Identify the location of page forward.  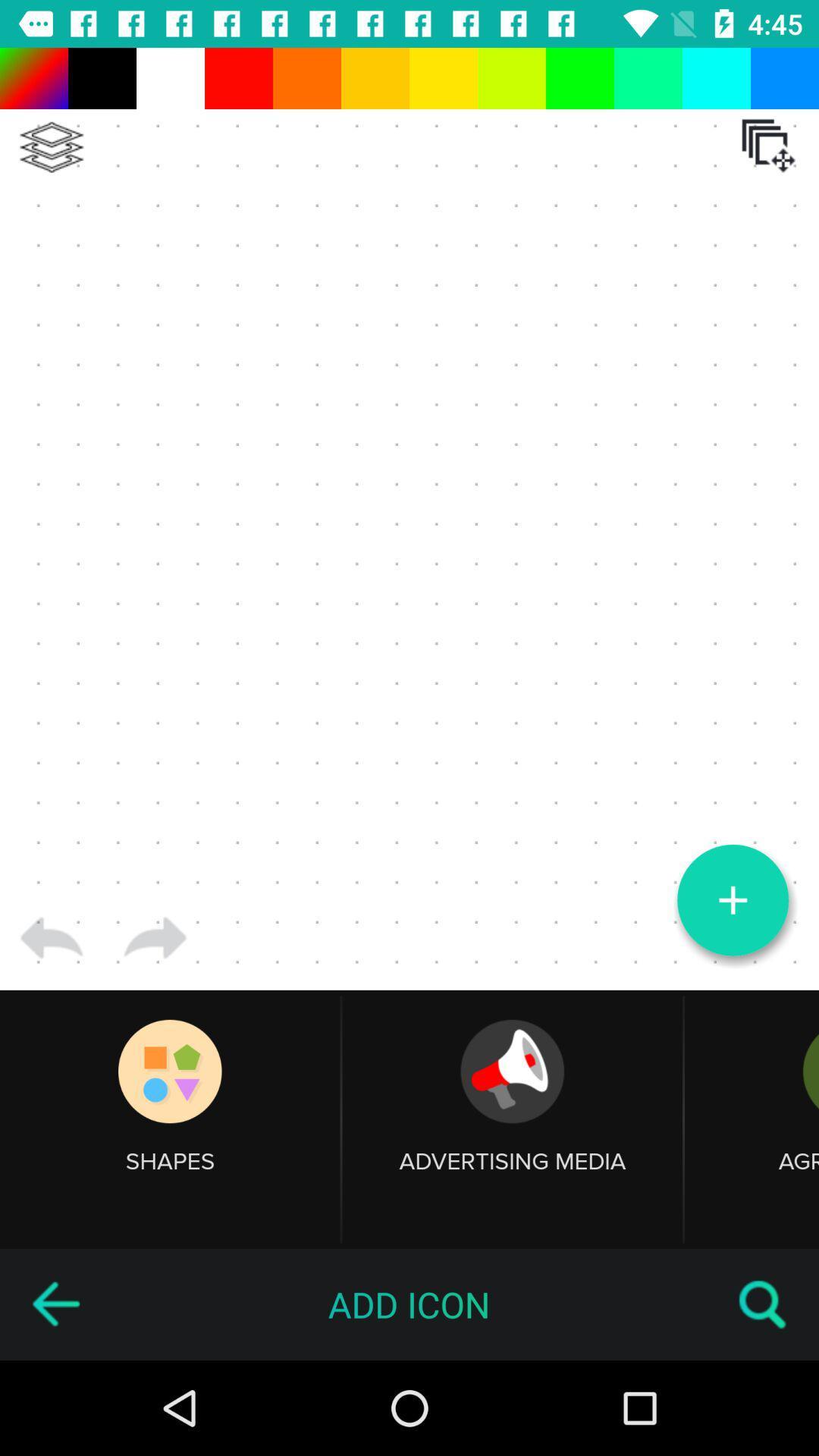
(155, 937).